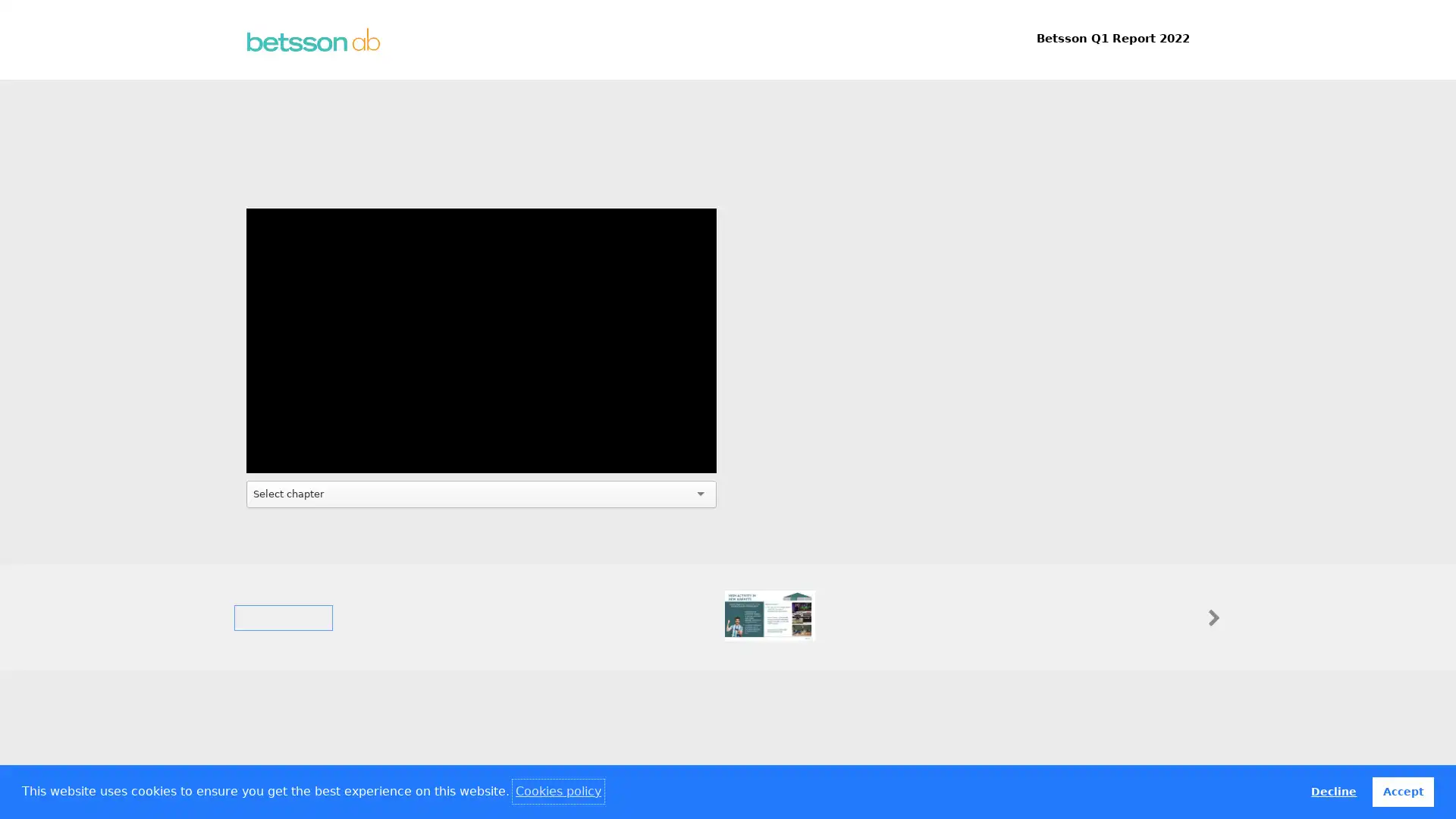  I want to click on Play, so click(269, 449).